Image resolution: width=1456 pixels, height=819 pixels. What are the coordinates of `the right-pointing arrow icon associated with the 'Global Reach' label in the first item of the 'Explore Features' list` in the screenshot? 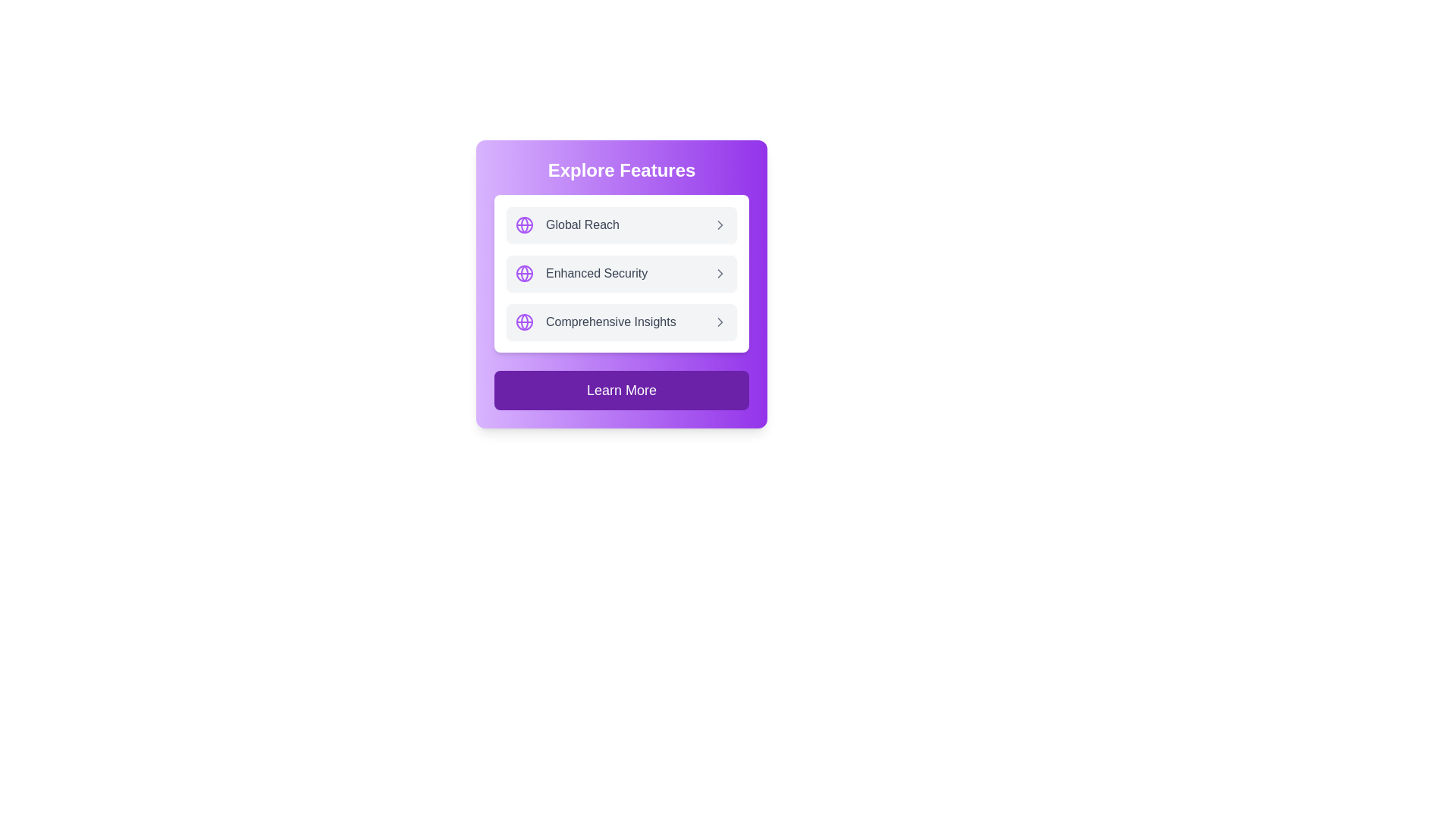 It's located at (720, 225).